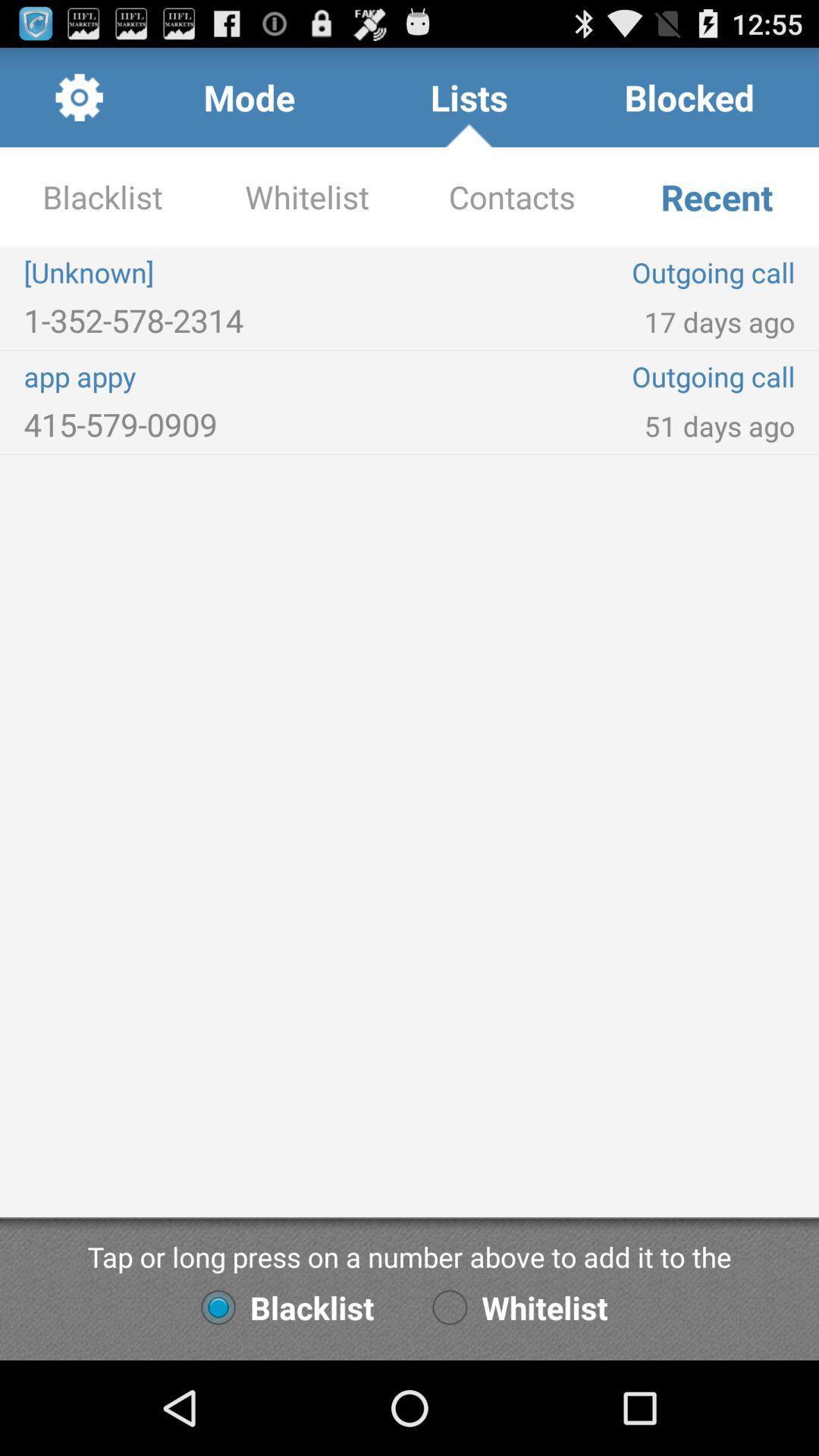  What do you see at coordinates (248, 96) in the screenshot?
I see `item to the left of lists item` at bounding box center [248, 96].